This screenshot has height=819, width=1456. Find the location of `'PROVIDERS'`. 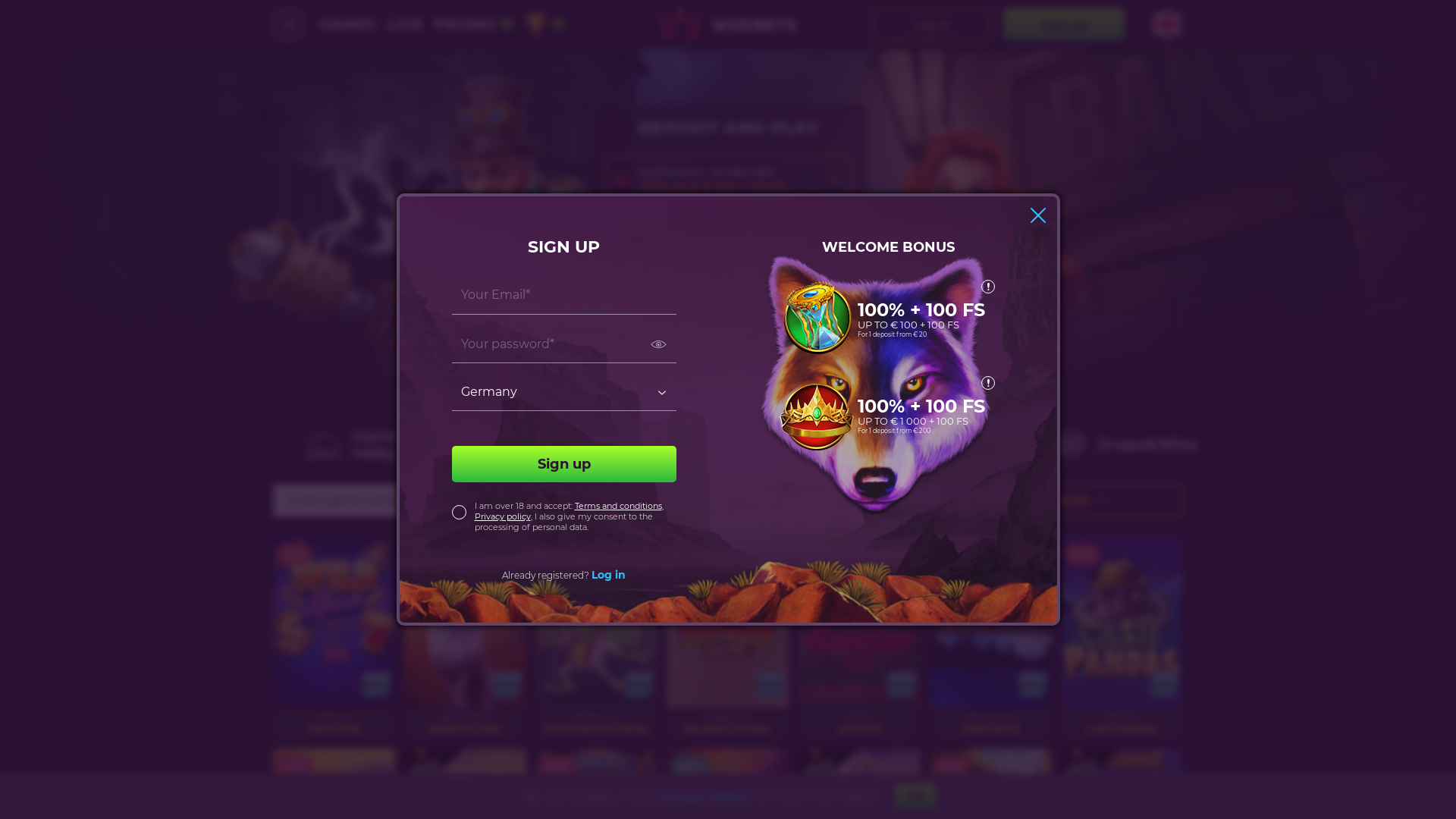

'PROVIDERS' is located at coordinates (1055, 500).